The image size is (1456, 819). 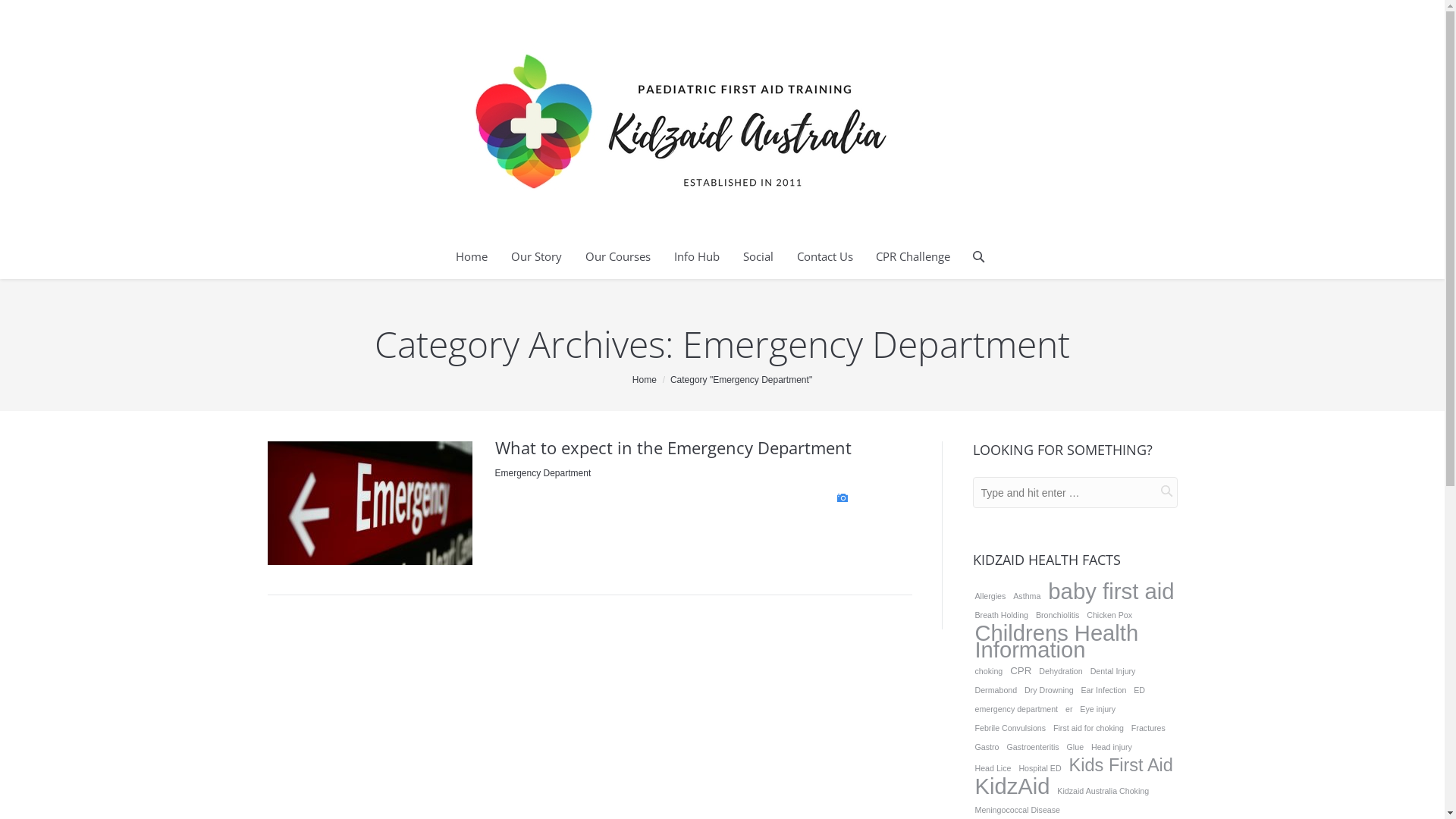 I want to click on 'CPR', so click(x=1008, y=670).